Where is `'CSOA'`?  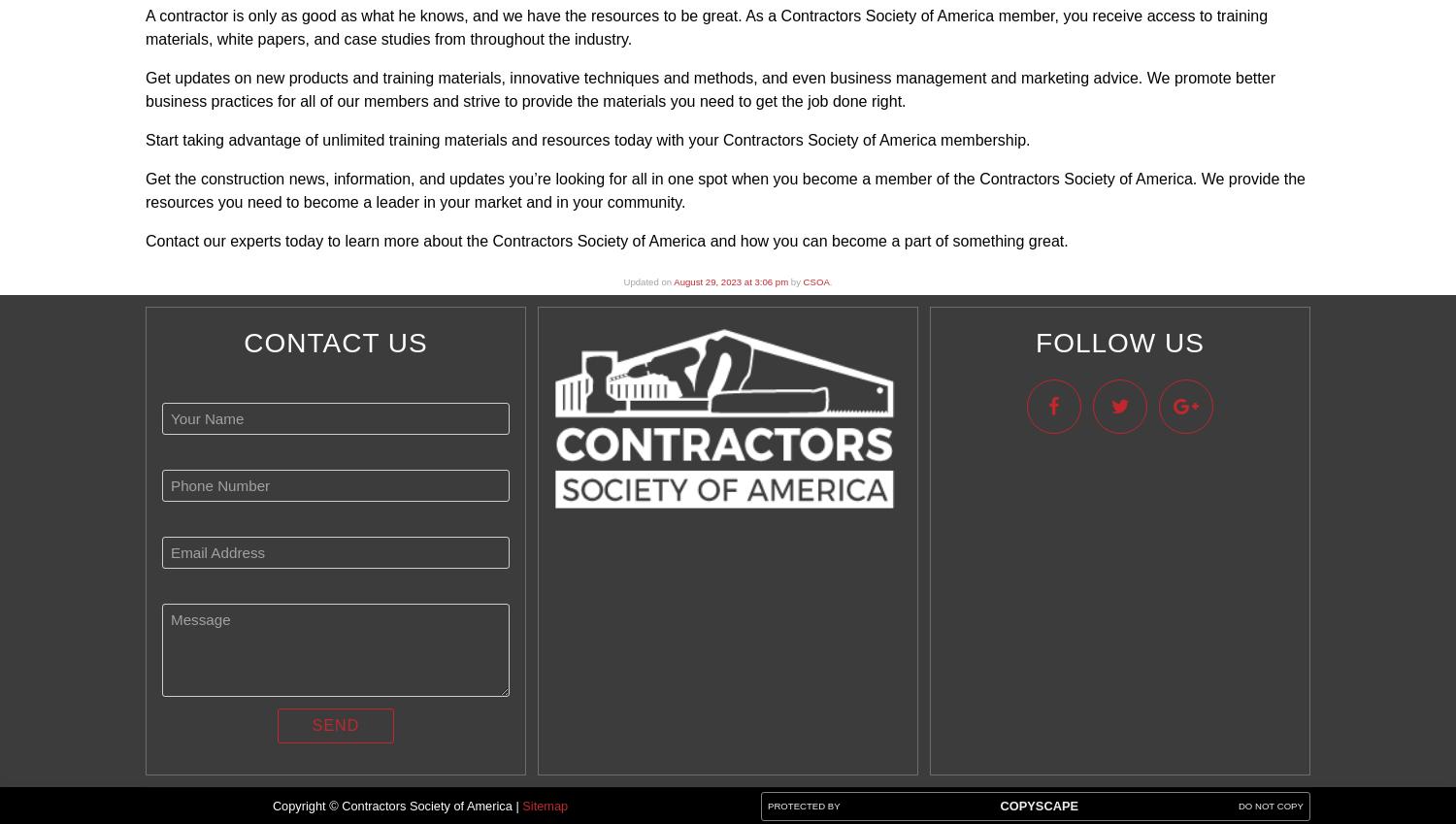
'CSOA' is located at coordinates (814, 280).